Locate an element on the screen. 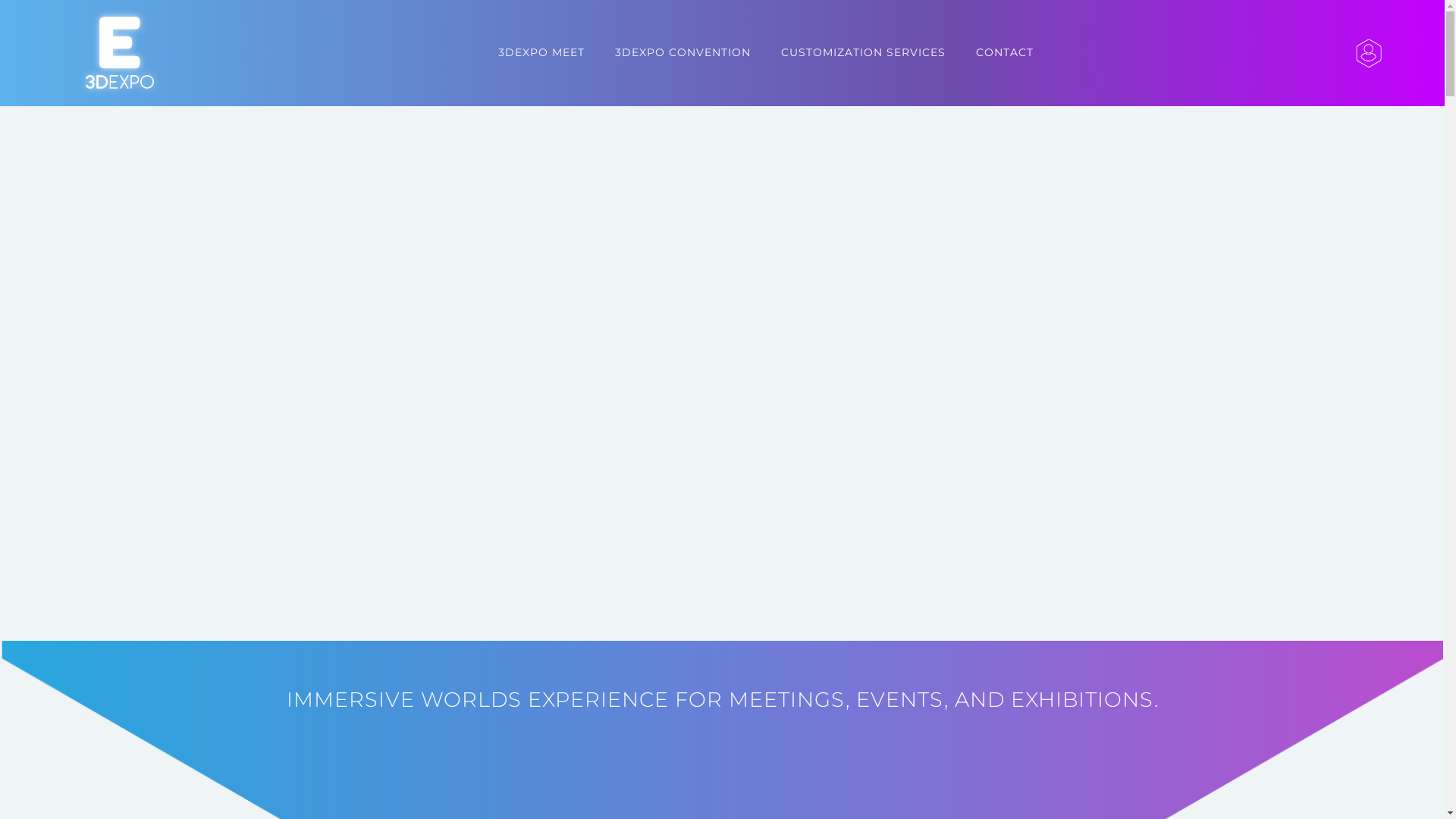  'CUSTOMIZATION SERVICES' is located at coordinates (863, 52).